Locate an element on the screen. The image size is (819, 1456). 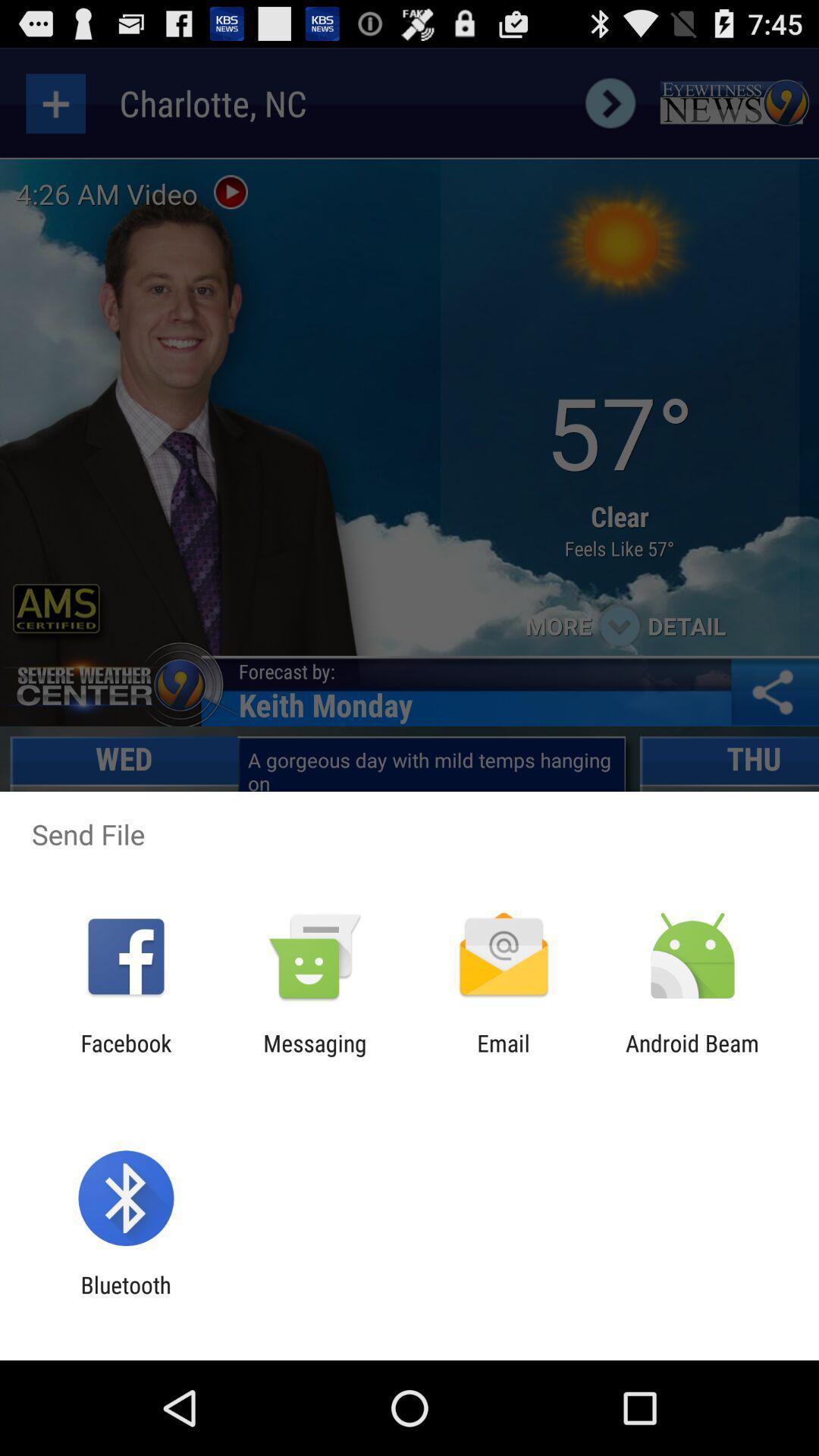
the item next to email is located at coordinates (692, 1056).